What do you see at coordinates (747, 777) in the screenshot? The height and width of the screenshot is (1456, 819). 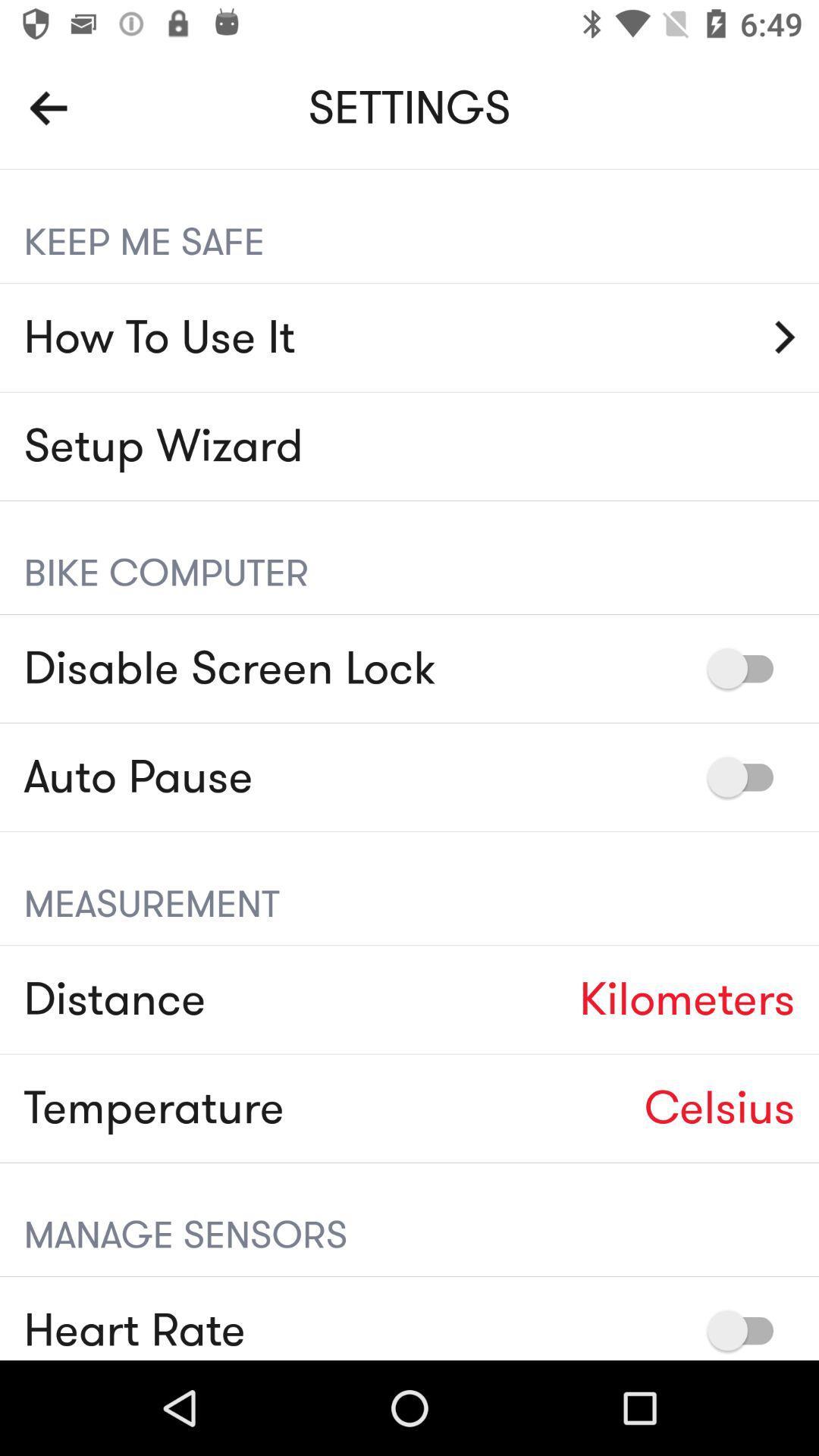 I see `auto pause toggle off` at bounding box center [747, 777].